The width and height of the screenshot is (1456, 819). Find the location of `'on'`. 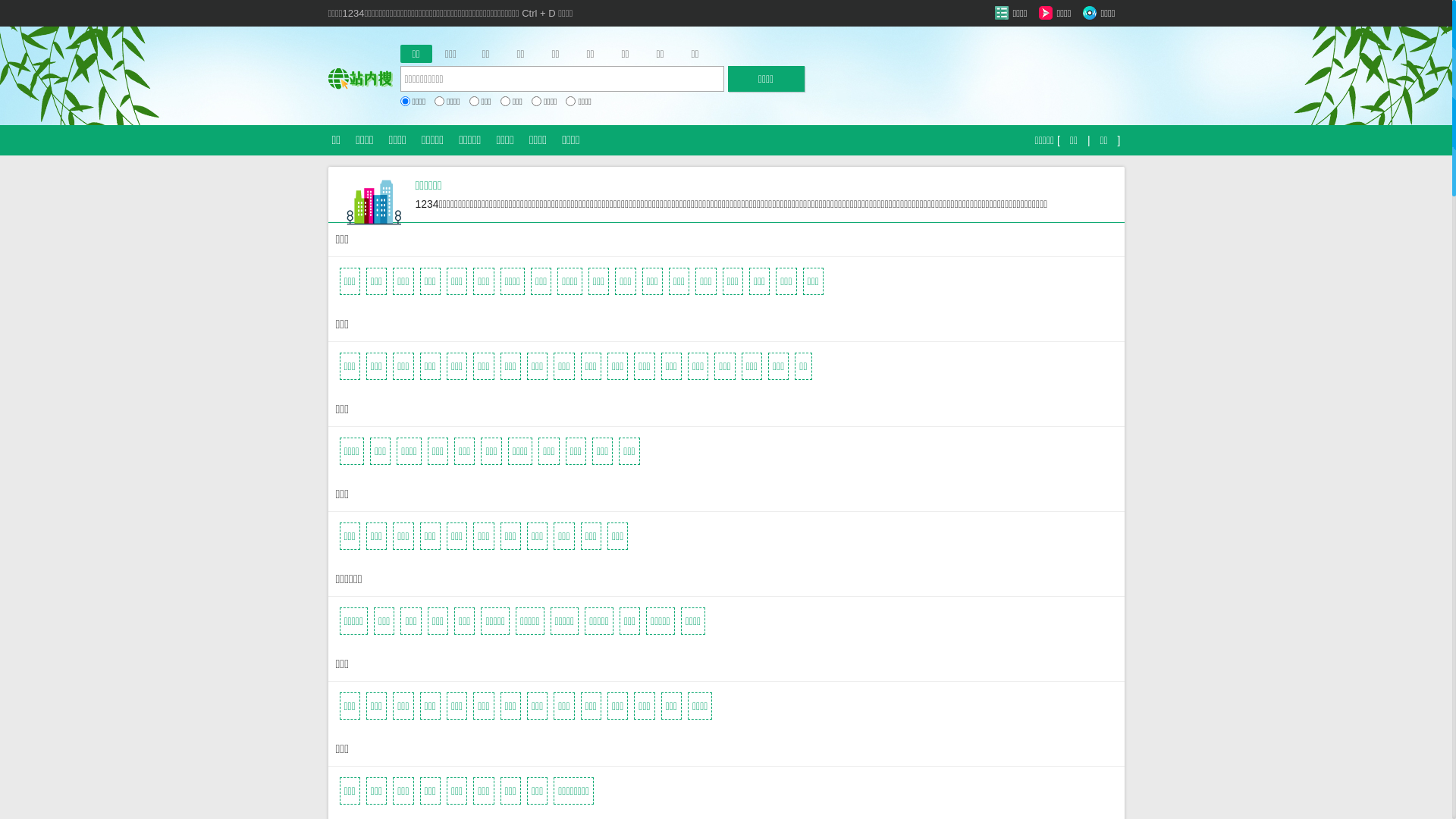

'on' is located at coordinates (505, 101).